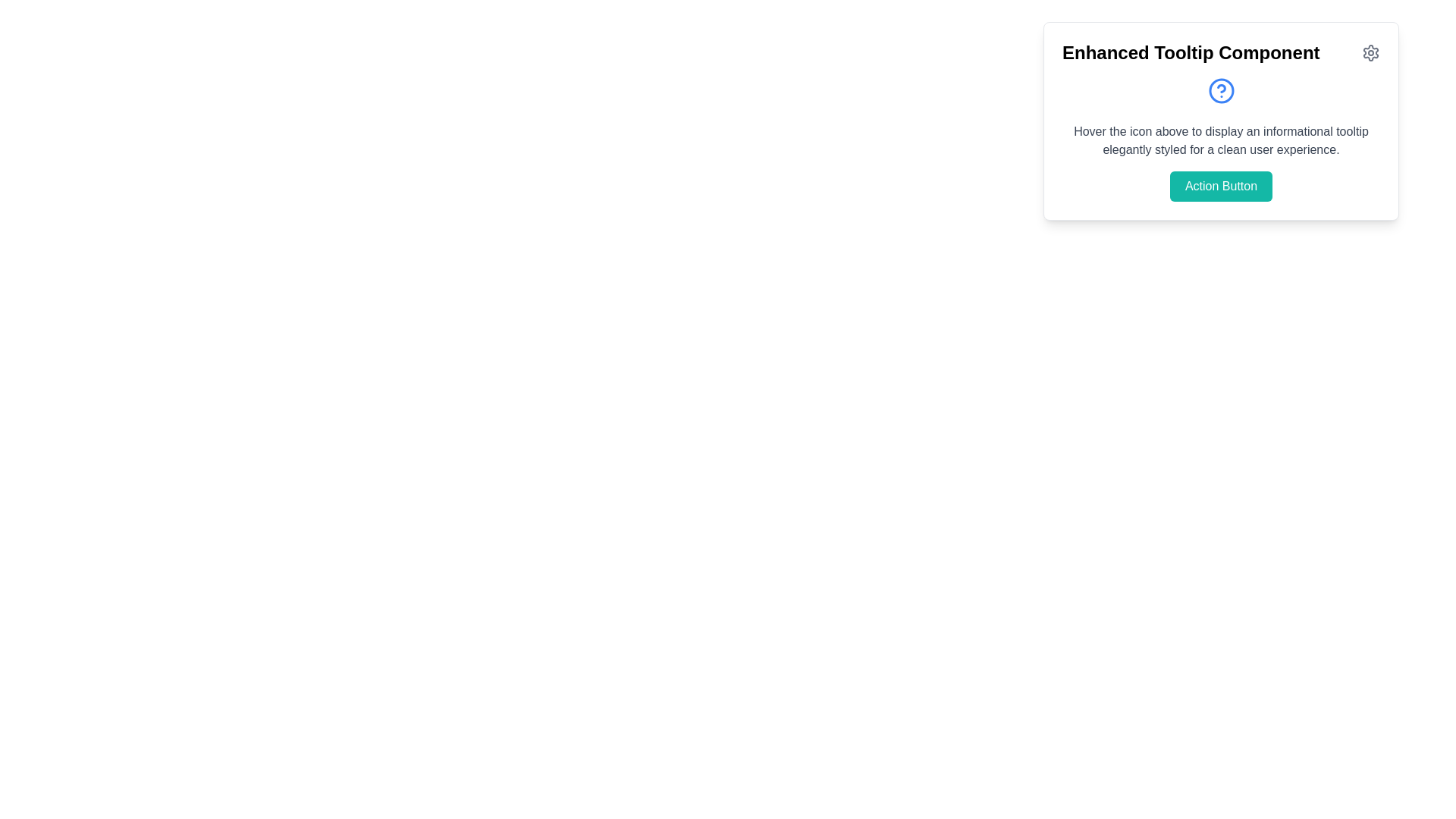 The width and height of the screenshot is (1456, 819). Describe the element at coordinates (1221, 120) in the screenshot. I see `the blue question mark icon in the Enhanced Tooltip Component card` at that location.